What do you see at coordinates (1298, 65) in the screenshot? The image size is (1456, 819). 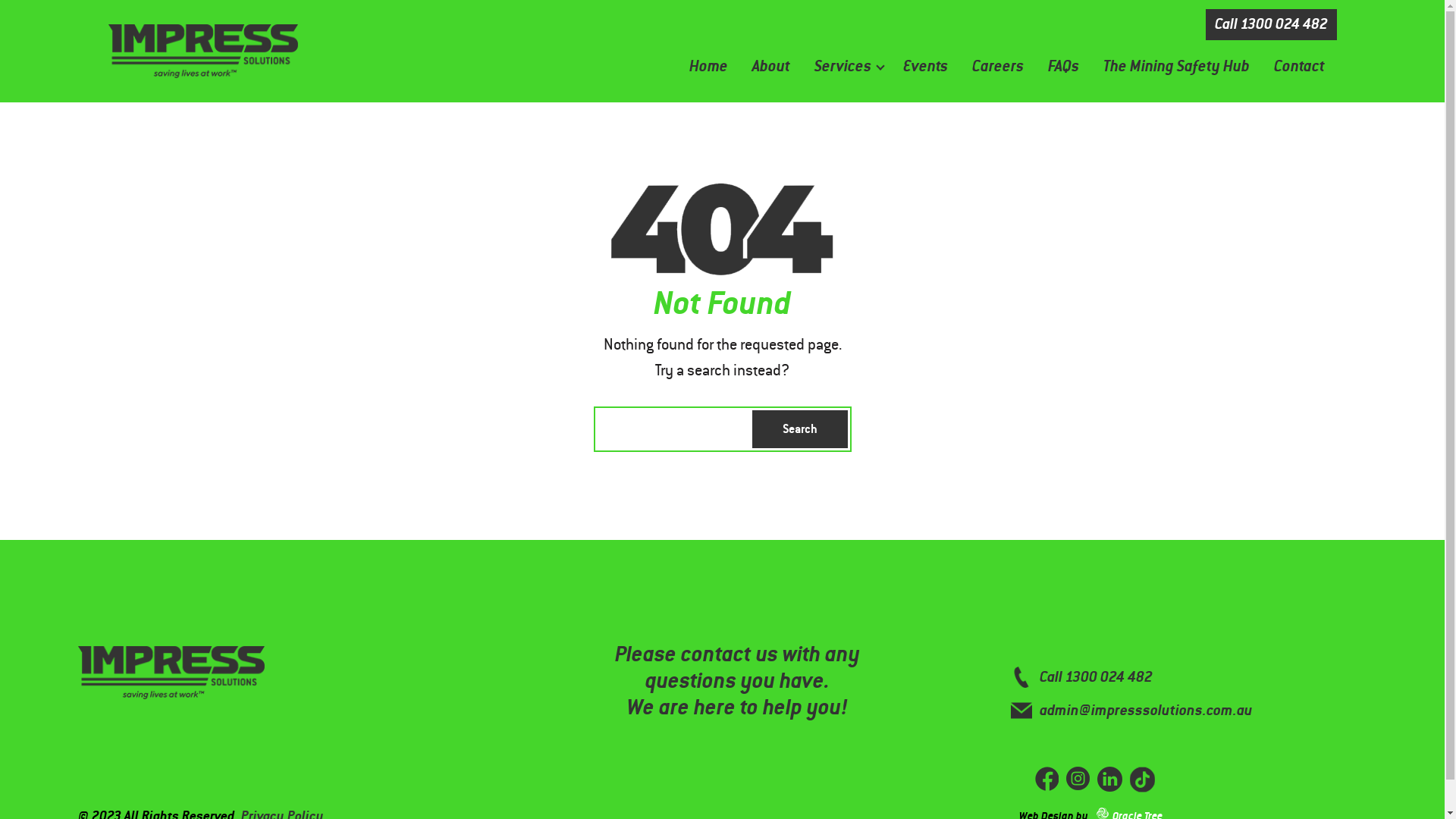 I see `'Contact'` at bounding box center [1298, 65].